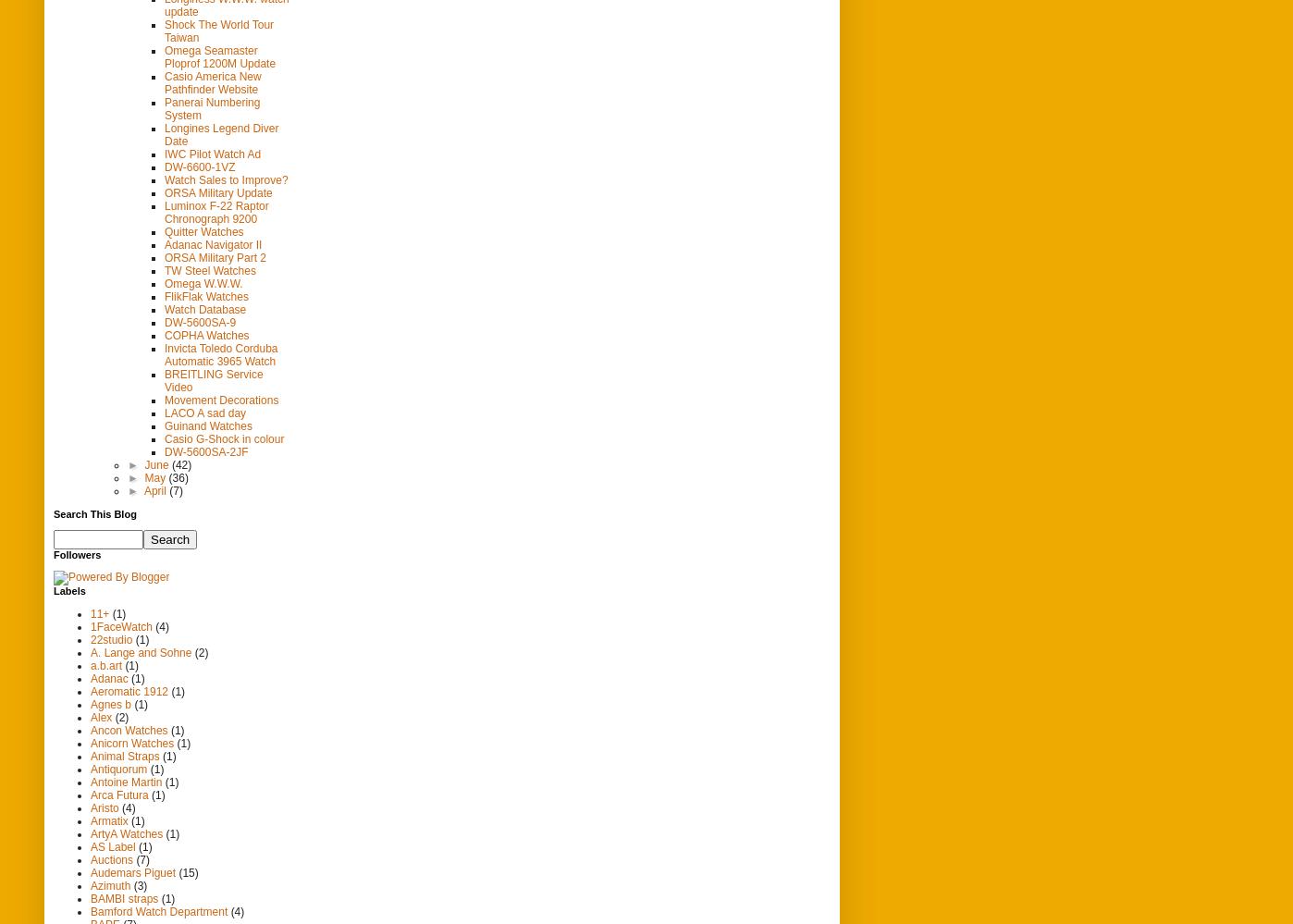  What do you see at coordinates (90, 626) in the screenshot?
I see `'1FaceWatch'` at bounding box center [90, 626].